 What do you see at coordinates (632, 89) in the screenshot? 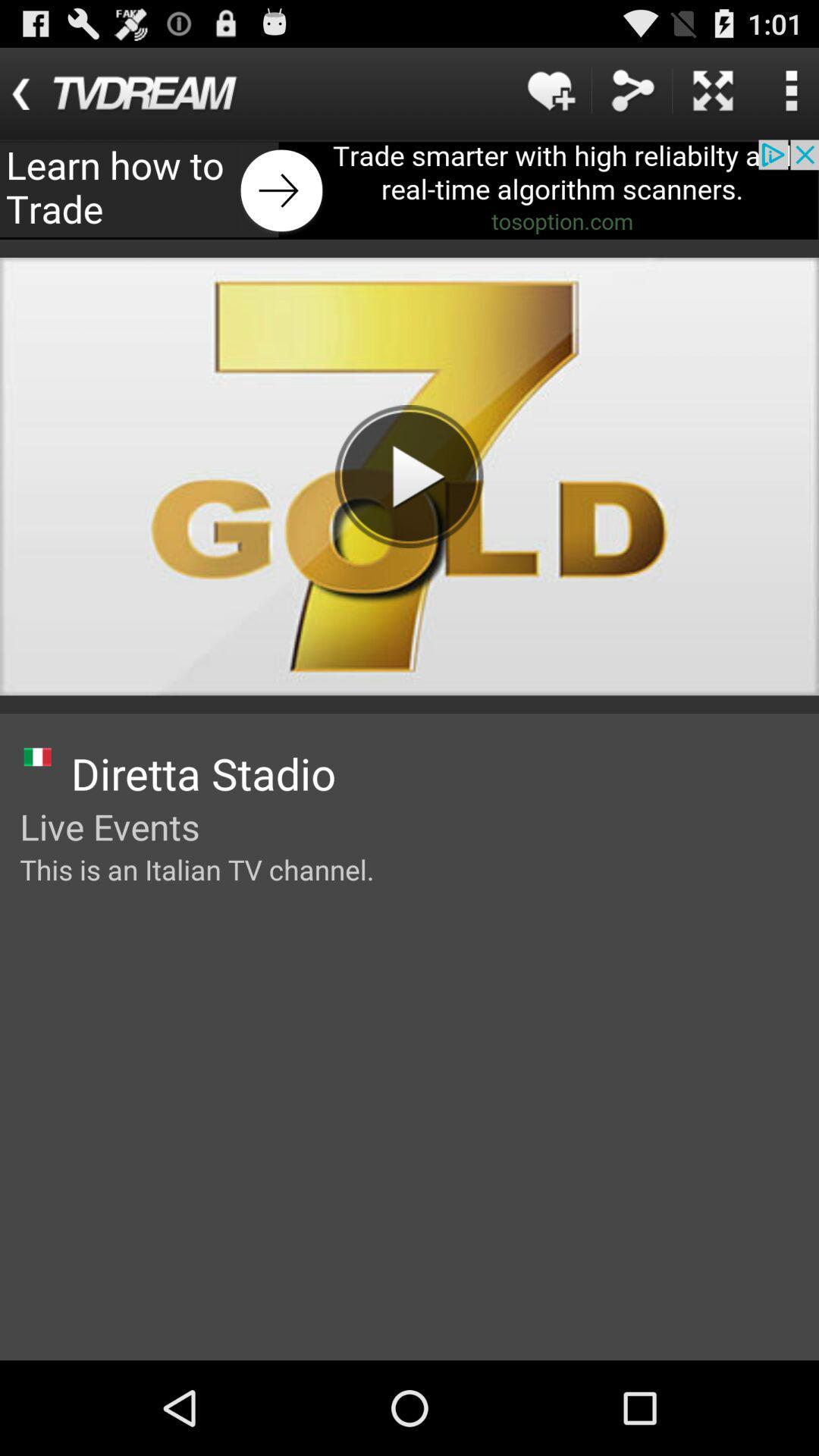
I see `share the channel` at bounding box center [632, 89].